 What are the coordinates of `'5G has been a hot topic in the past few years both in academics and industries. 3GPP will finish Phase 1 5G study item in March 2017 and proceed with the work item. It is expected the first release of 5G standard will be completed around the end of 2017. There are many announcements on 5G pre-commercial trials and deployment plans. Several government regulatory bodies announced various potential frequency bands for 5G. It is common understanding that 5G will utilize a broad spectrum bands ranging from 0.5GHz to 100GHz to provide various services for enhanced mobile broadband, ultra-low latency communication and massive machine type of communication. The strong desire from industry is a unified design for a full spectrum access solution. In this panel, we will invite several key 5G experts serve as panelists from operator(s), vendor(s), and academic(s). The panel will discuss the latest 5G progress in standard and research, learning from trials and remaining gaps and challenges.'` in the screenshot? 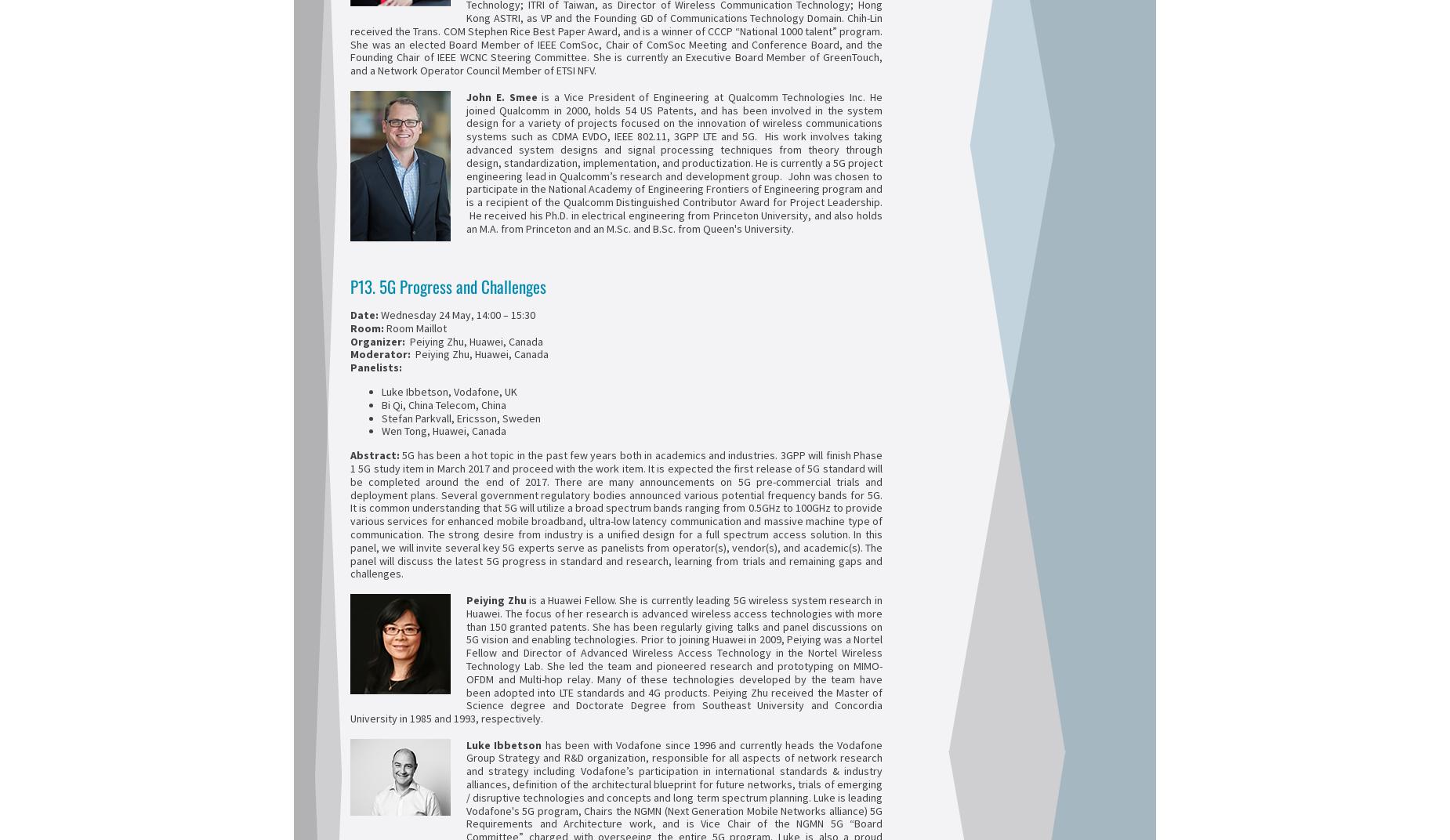 It's located at (349, 514).